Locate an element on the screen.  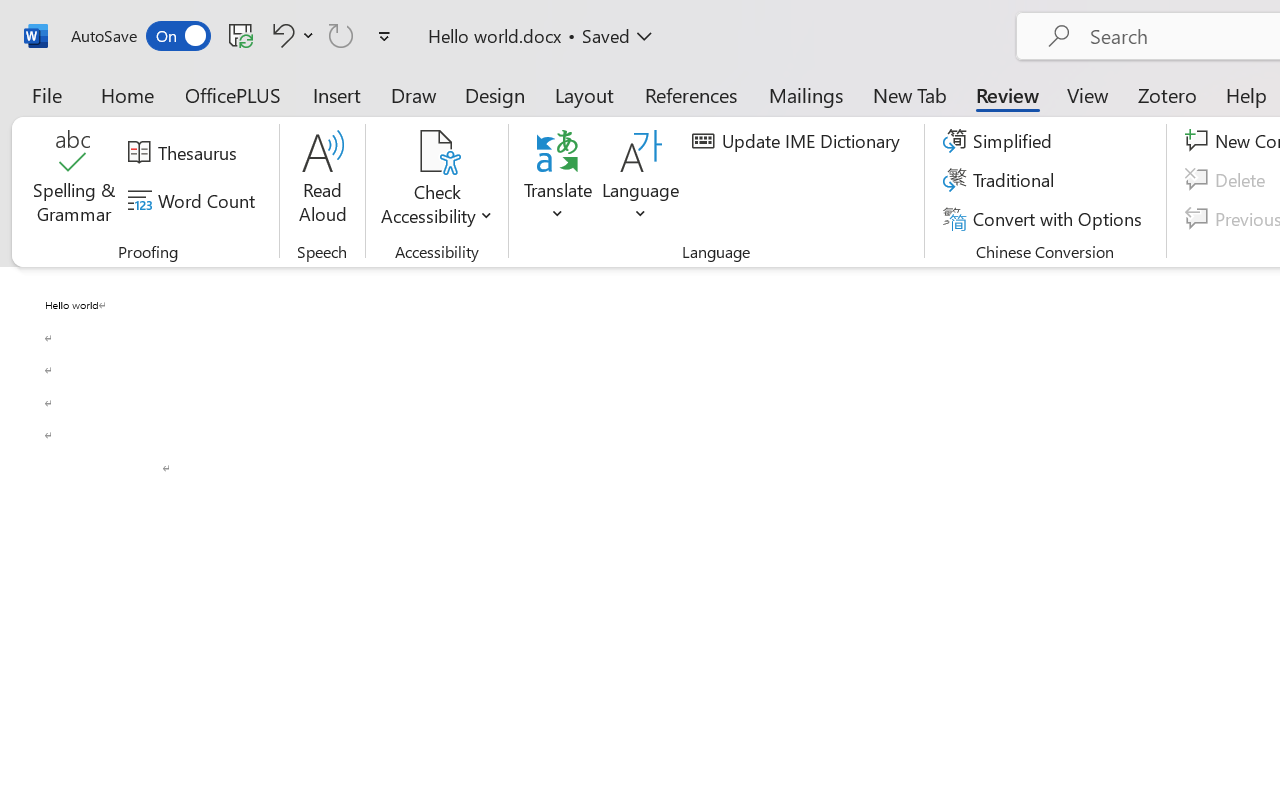
'Insert' is located at coordinates (337, 94).